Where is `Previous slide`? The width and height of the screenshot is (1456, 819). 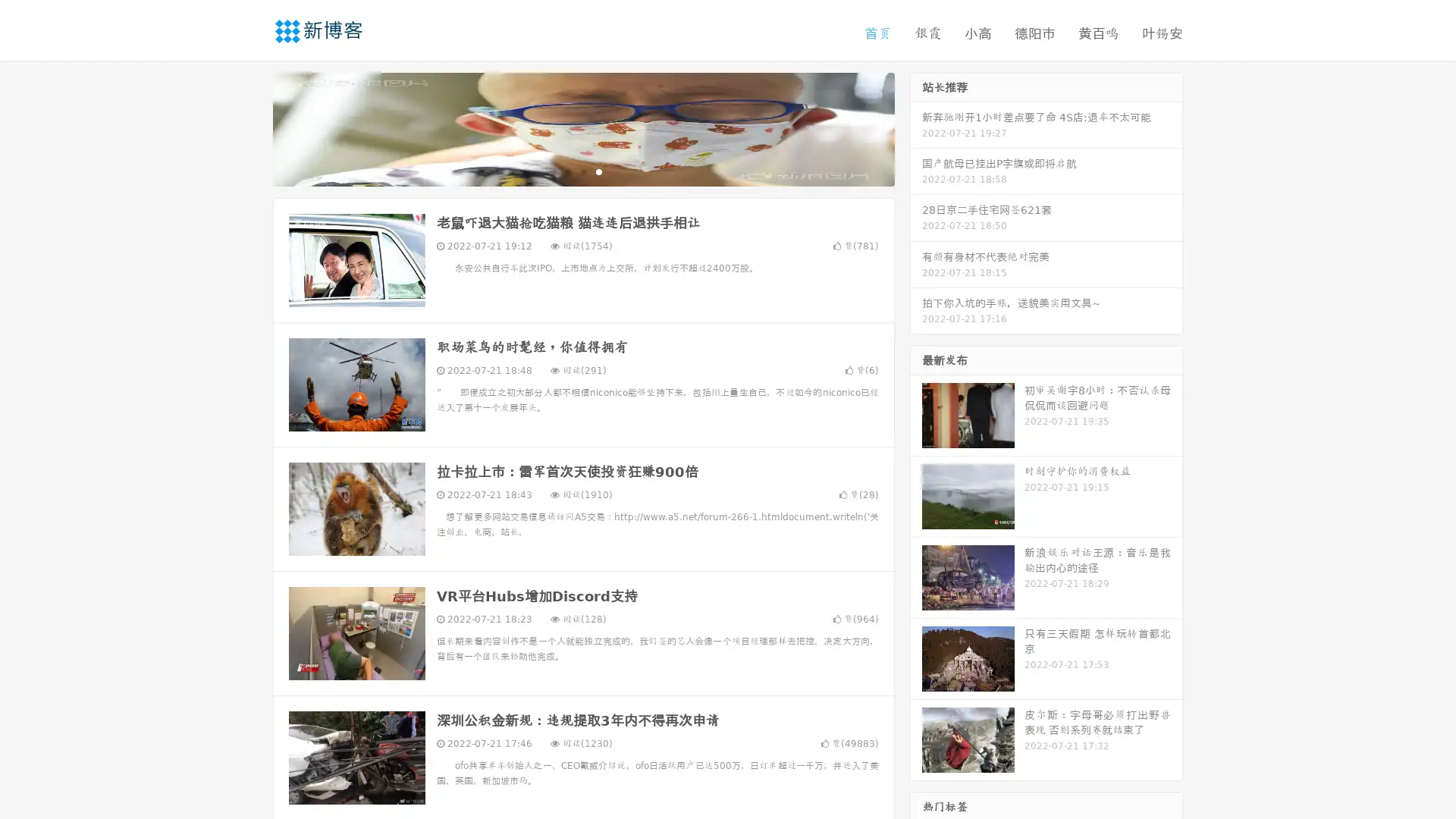 Previous slide is located at coordinates (250, 127).